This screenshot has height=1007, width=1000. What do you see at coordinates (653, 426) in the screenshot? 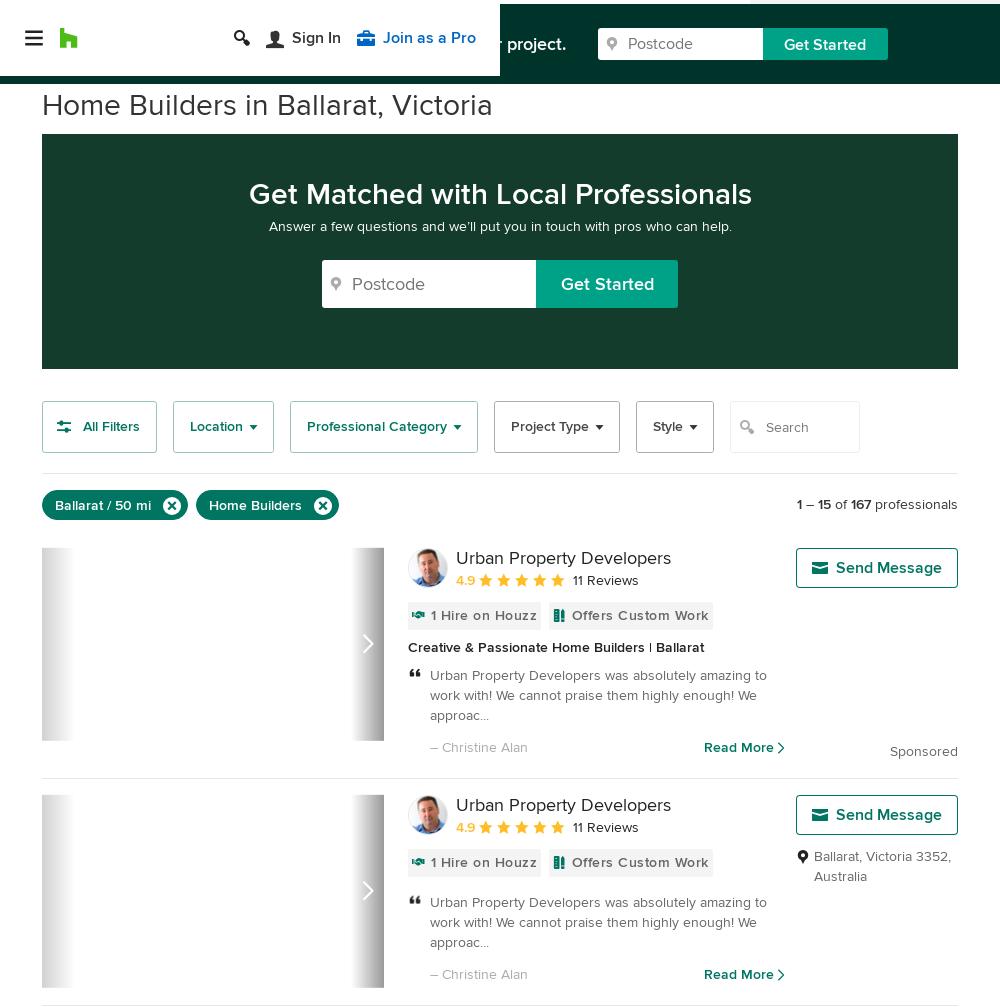
I see `'Style'` at bounding box center [653, 426].